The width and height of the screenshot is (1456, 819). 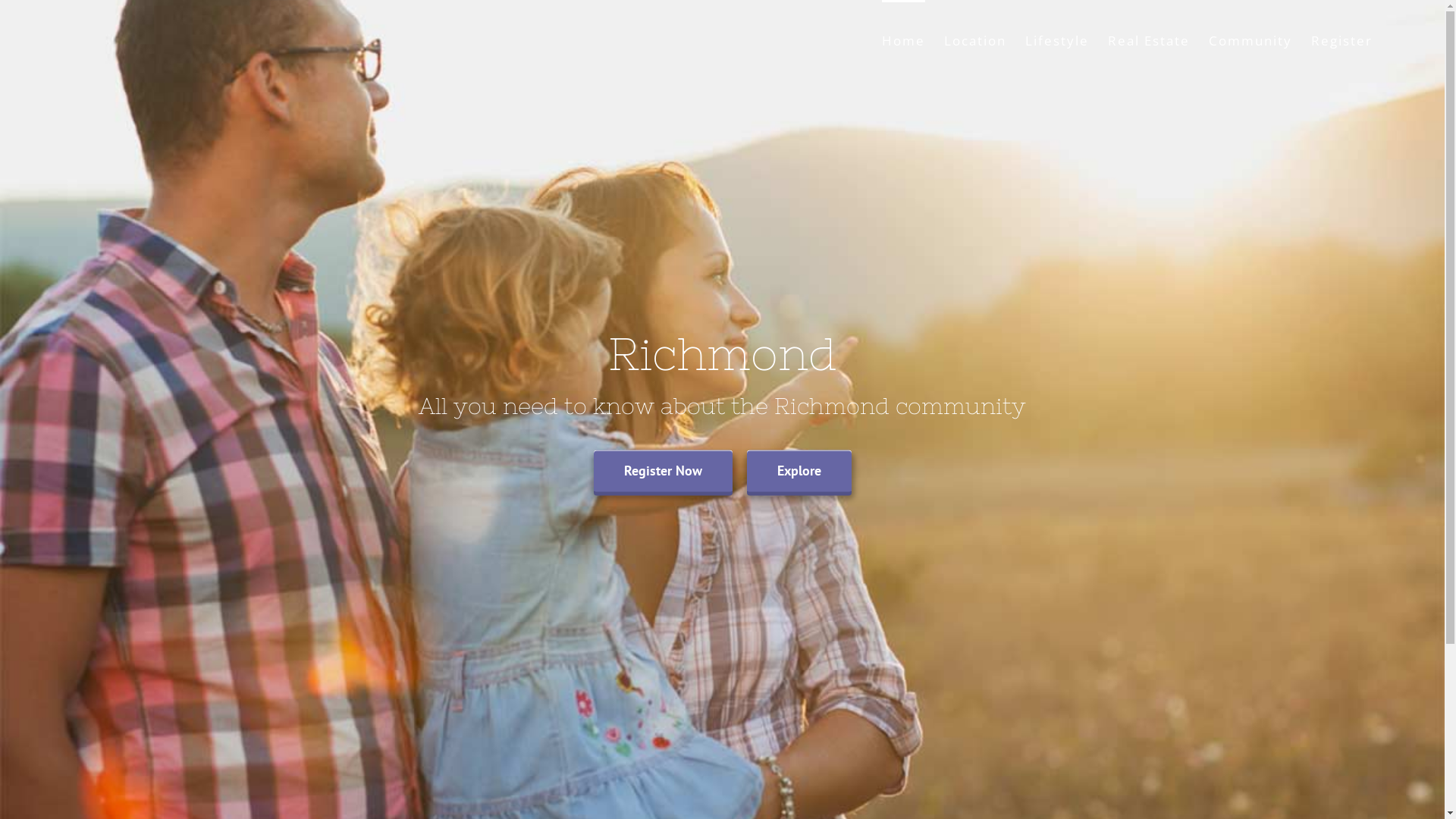 What do you see at coordinates (1056, 38) in the screenshot?
I see `'Lifestyle'` at bounding box center [1056, 38].